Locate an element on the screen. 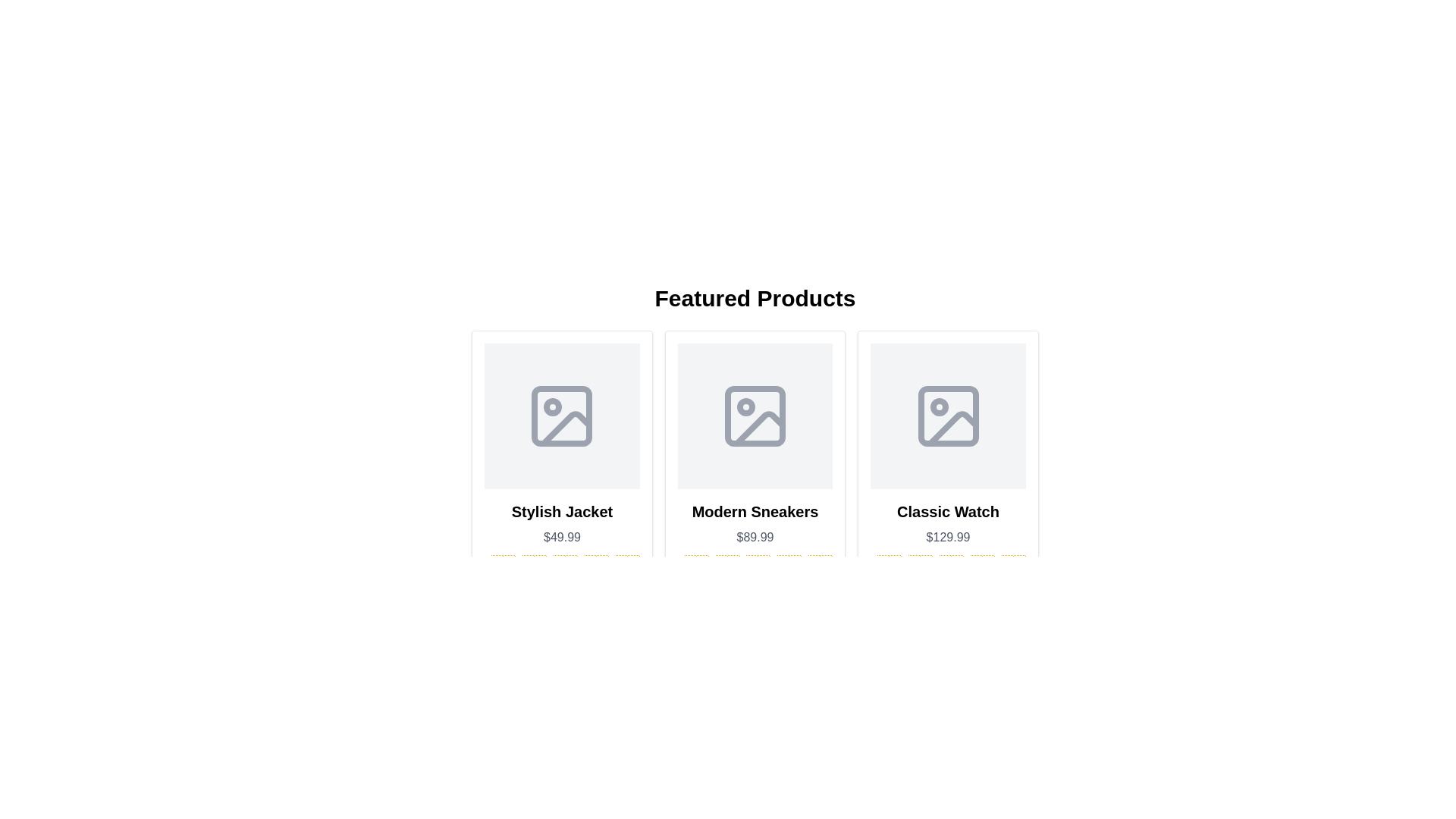 The width and height of the screenshot is (1456, 819). the image placeholder at the top of the 'Stylish Jacket' product card to associate it with the product representation is located at coordinates (561, 416).